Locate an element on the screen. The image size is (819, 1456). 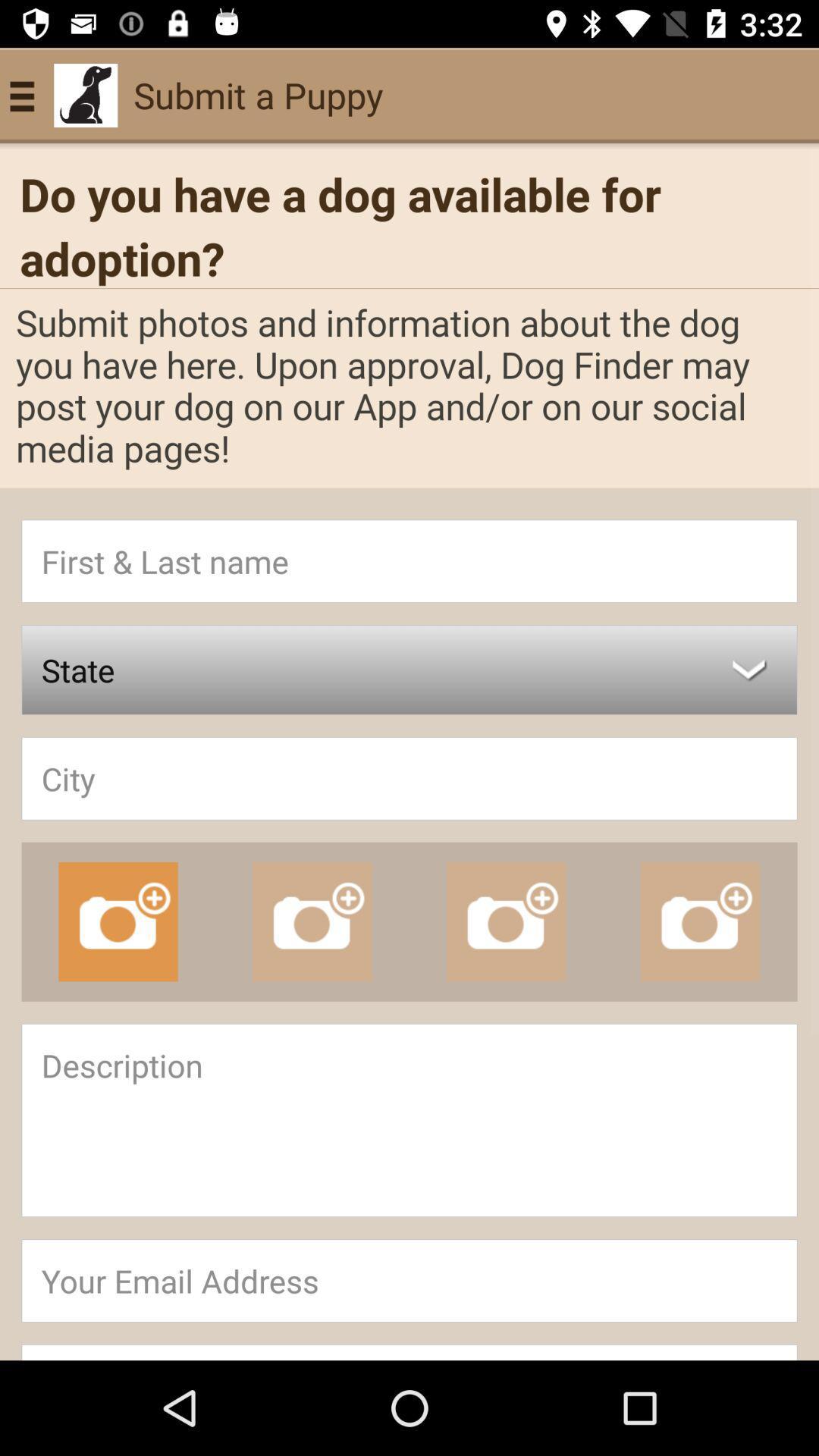
the photo icon is located at coordinates (700, 921).